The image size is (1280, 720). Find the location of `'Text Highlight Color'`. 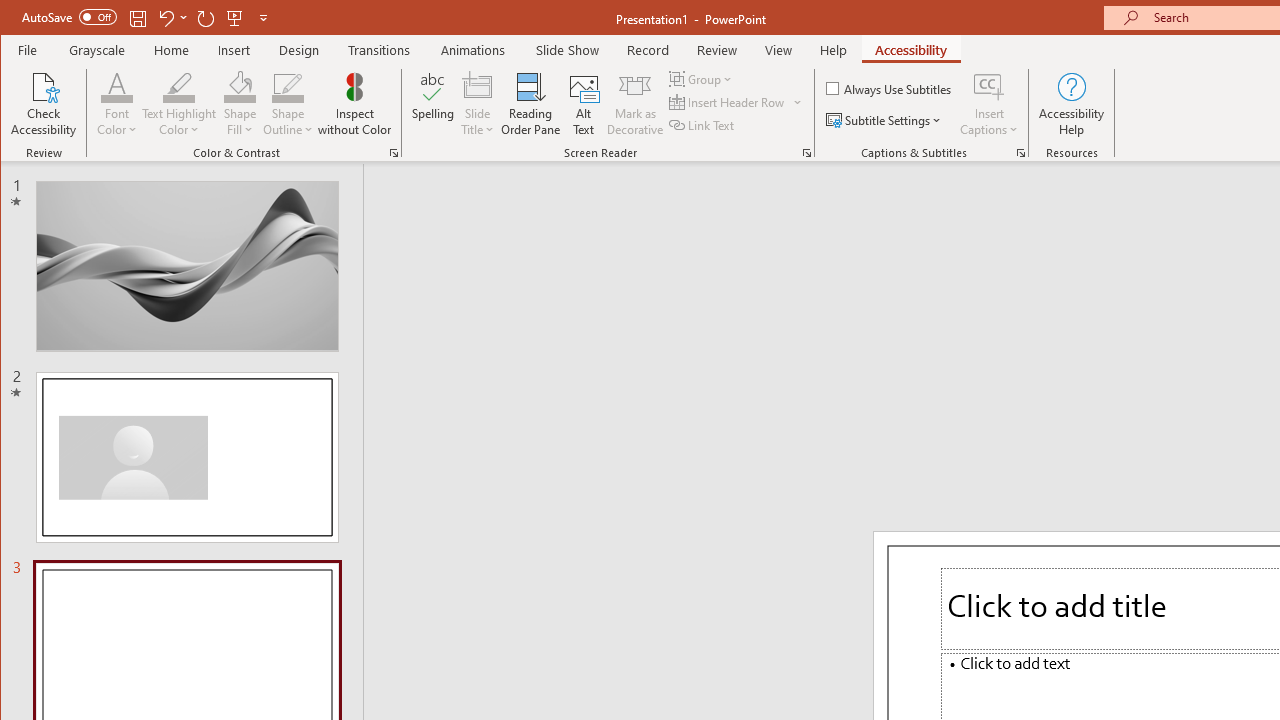

'Text Highlight Color' is located at coordinates (179, 104).